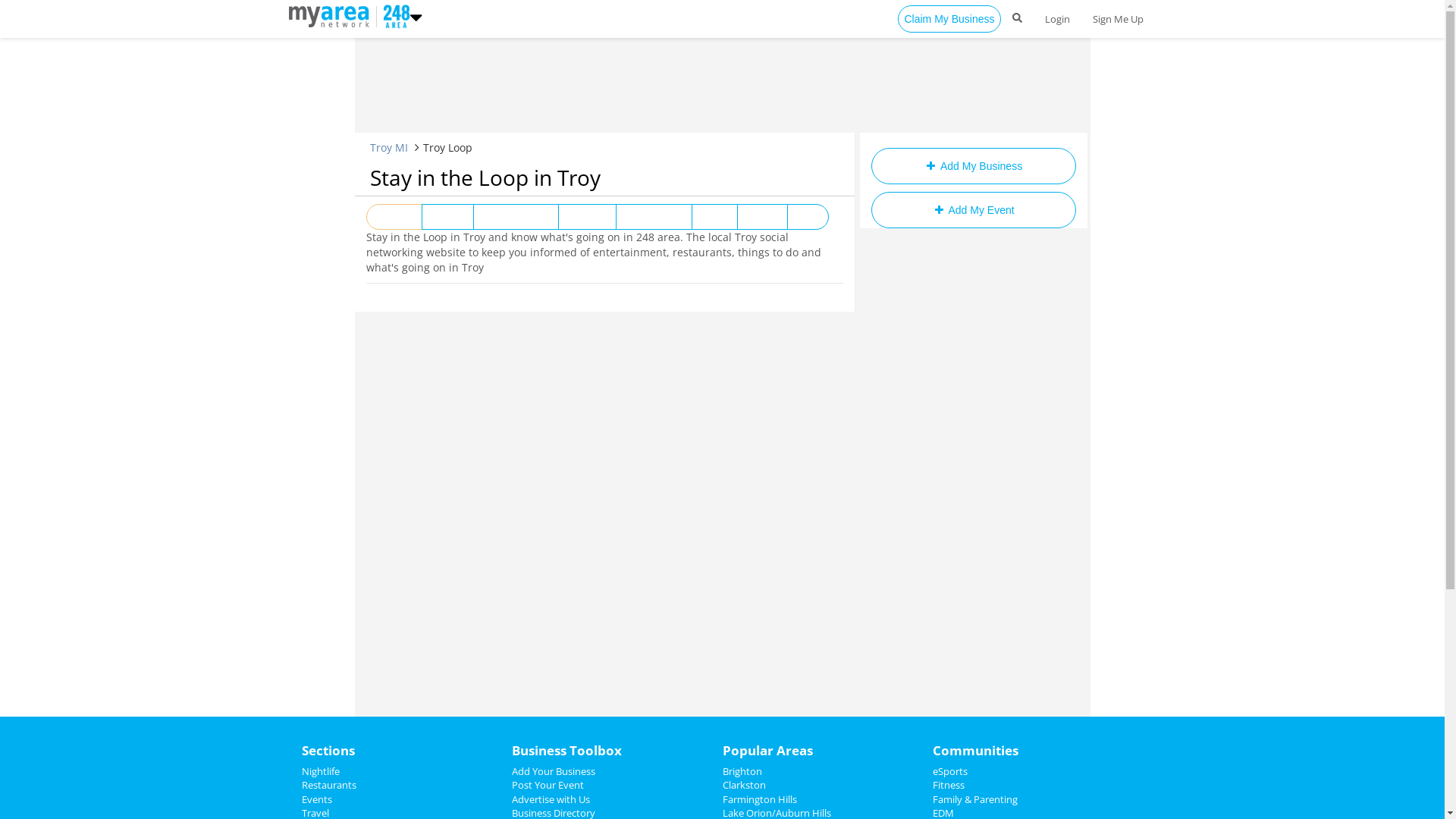 This screenshot has width=1456, height=819. I want to click on 'Restaurants', so click(654, 216).